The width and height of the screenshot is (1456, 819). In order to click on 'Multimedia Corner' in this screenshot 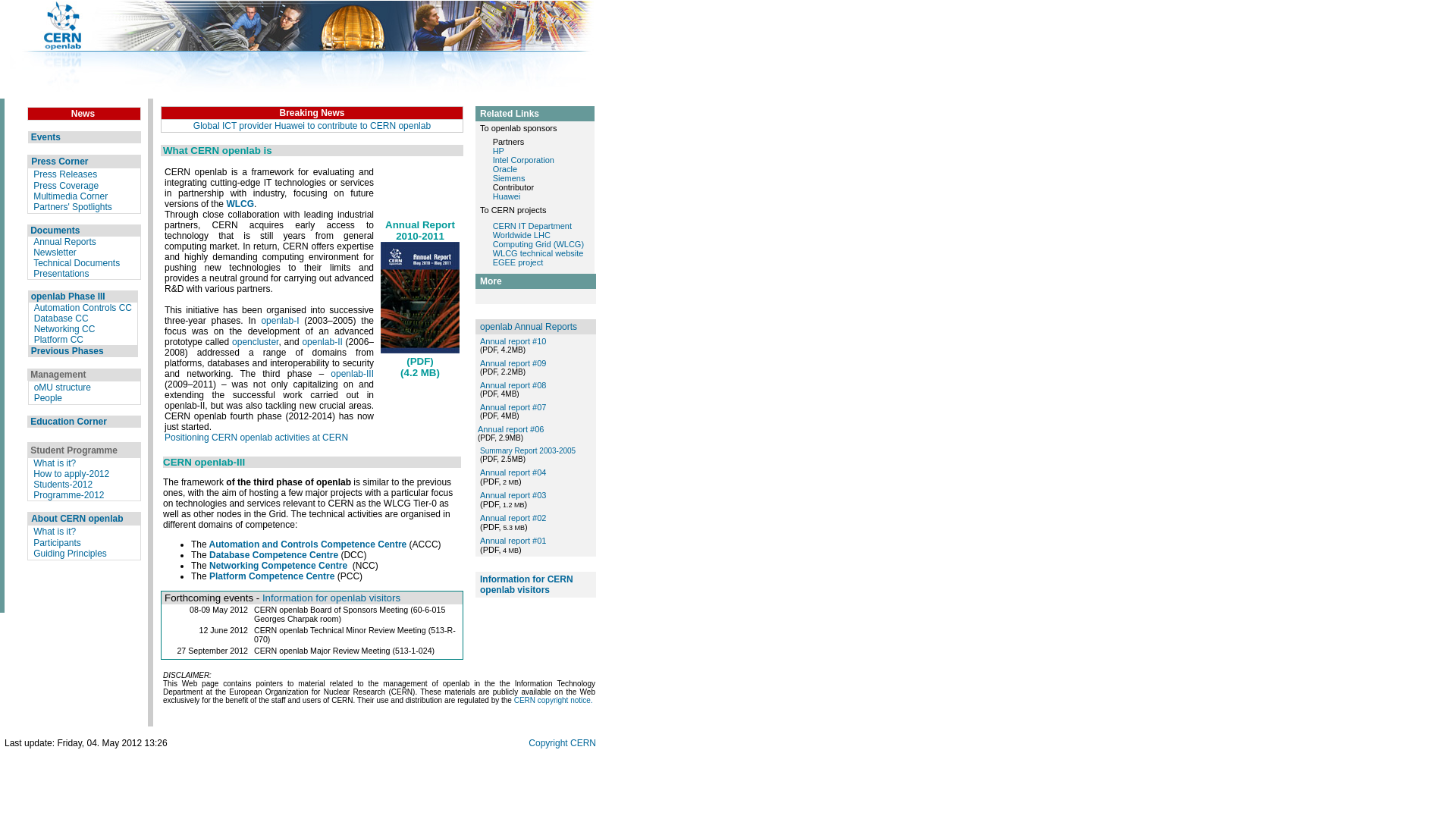, I will do `click(69, 195)`.